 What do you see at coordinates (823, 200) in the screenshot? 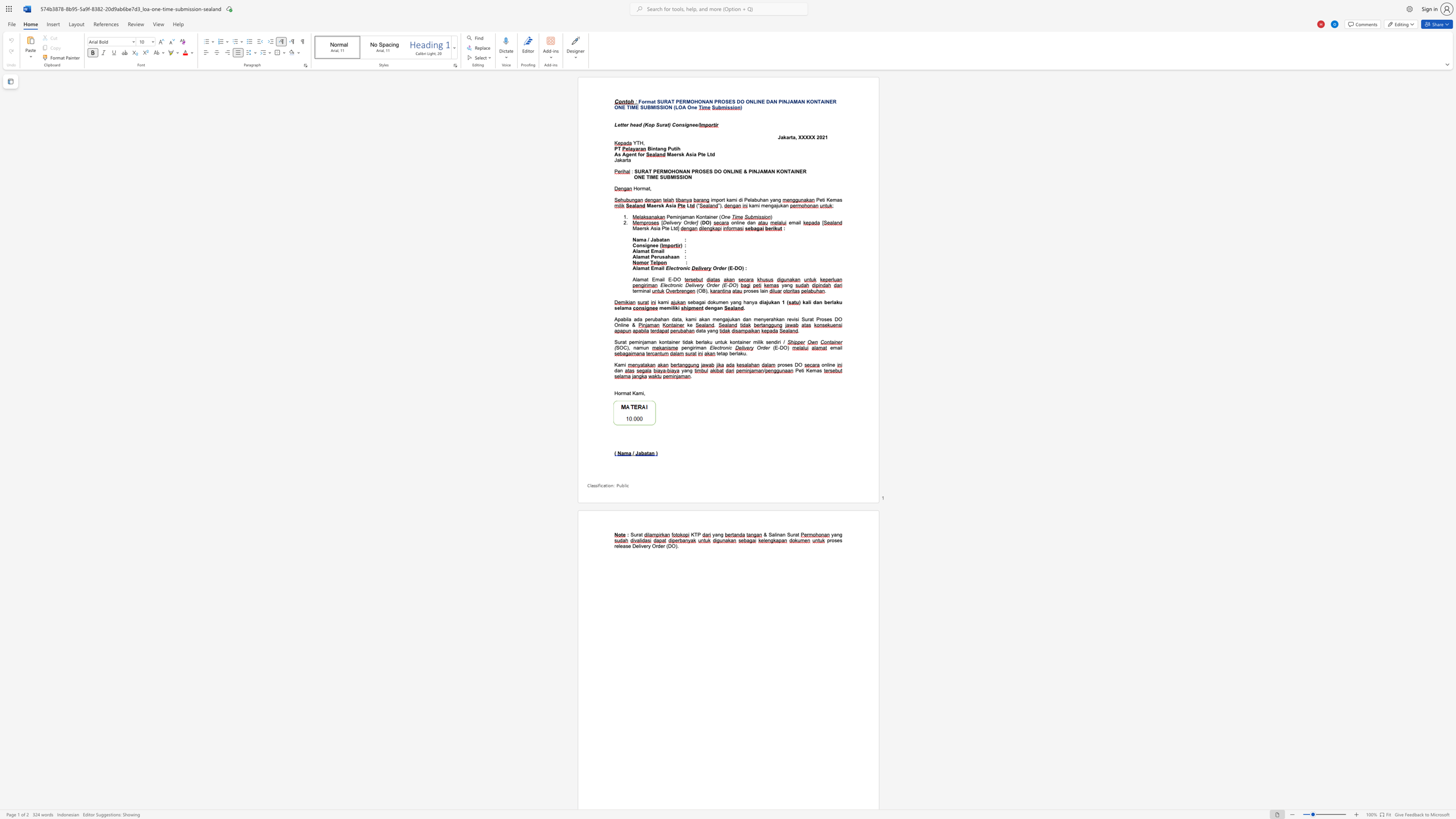
I see `the space between the continuous character "t" and "i" in the text` at bounding box center [823, 200].